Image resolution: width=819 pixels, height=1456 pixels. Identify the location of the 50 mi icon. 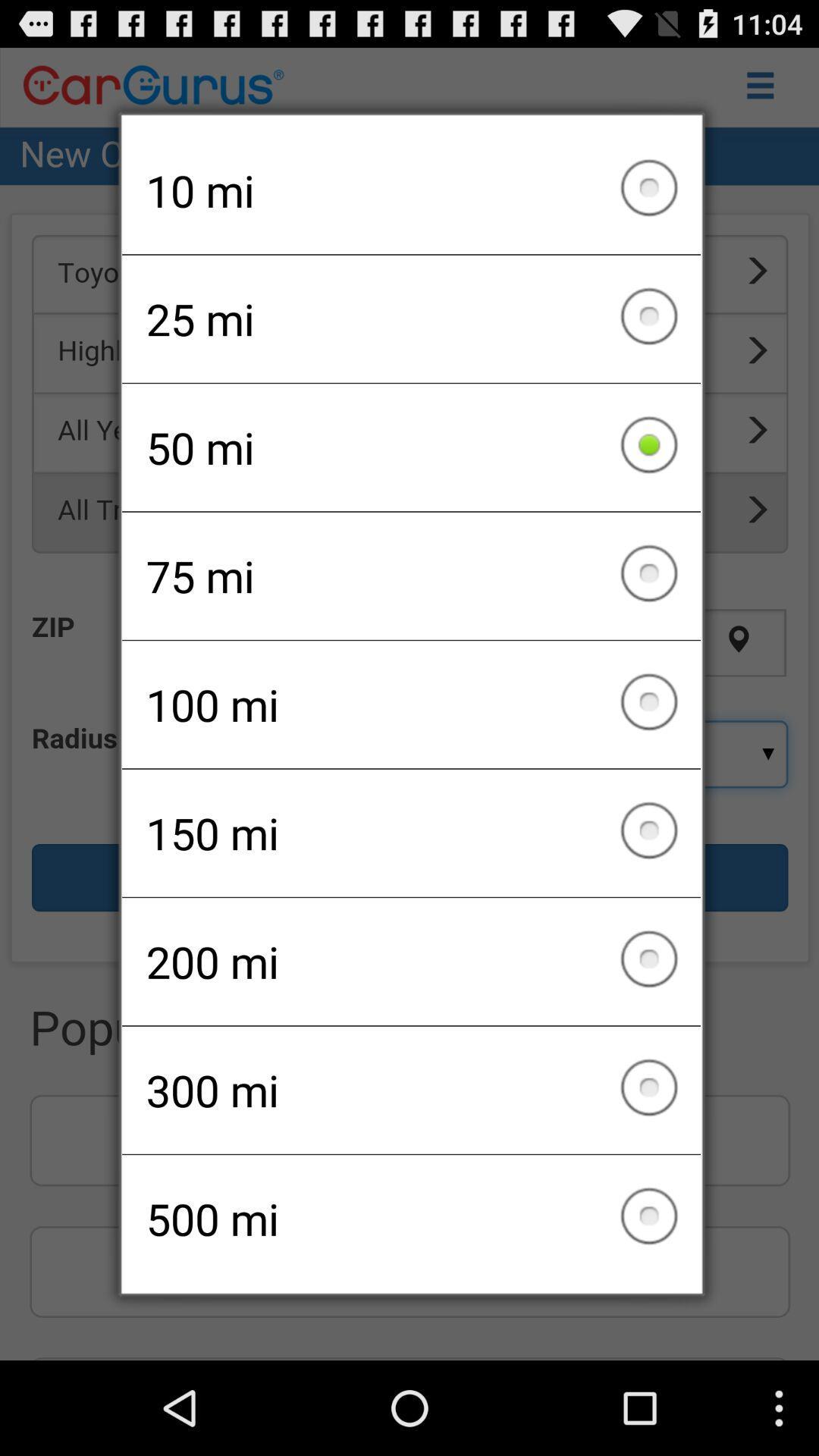
(411, 447).